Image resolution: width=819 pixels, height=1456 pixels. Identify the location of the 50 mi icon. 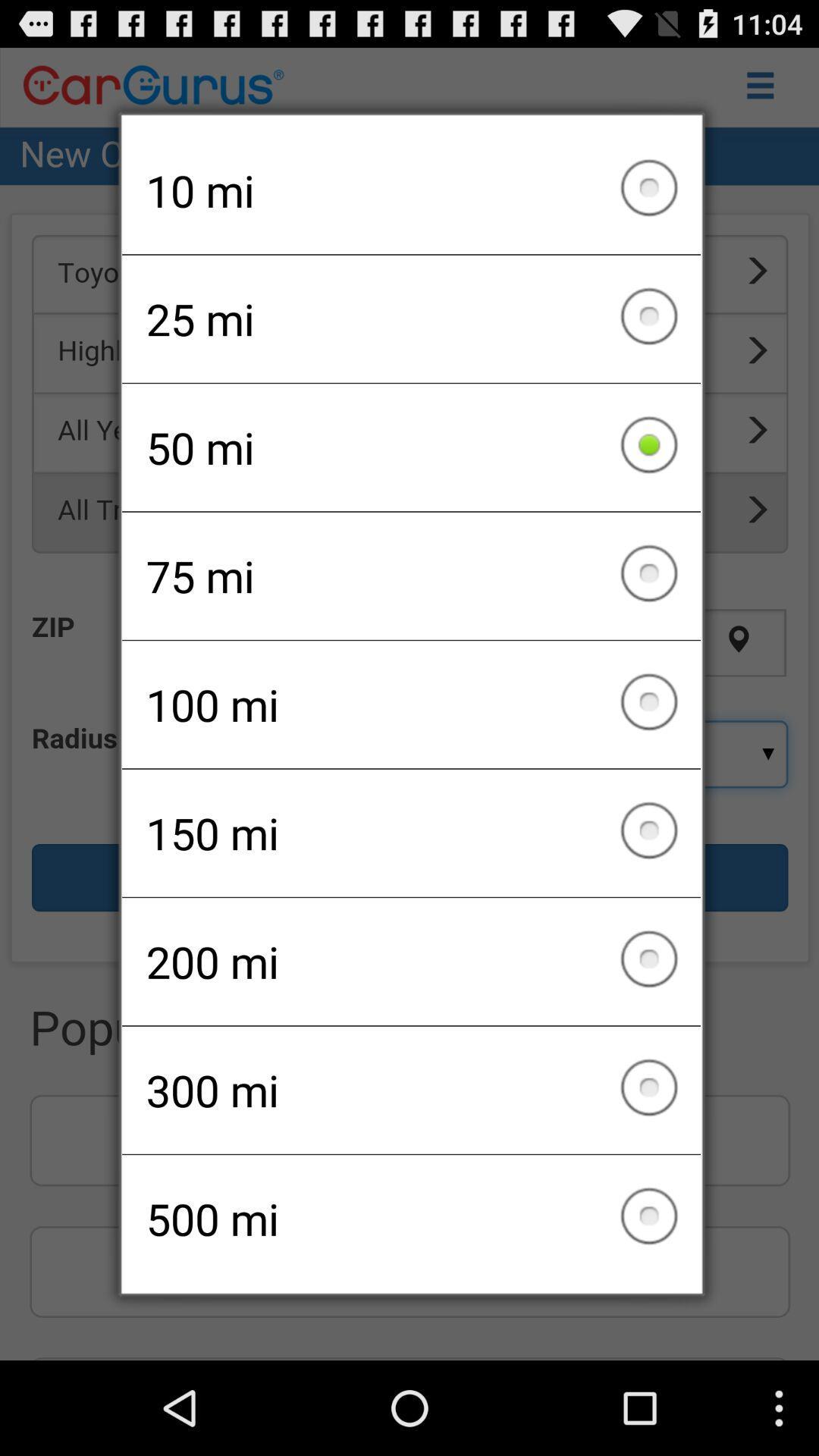
(411, 447).